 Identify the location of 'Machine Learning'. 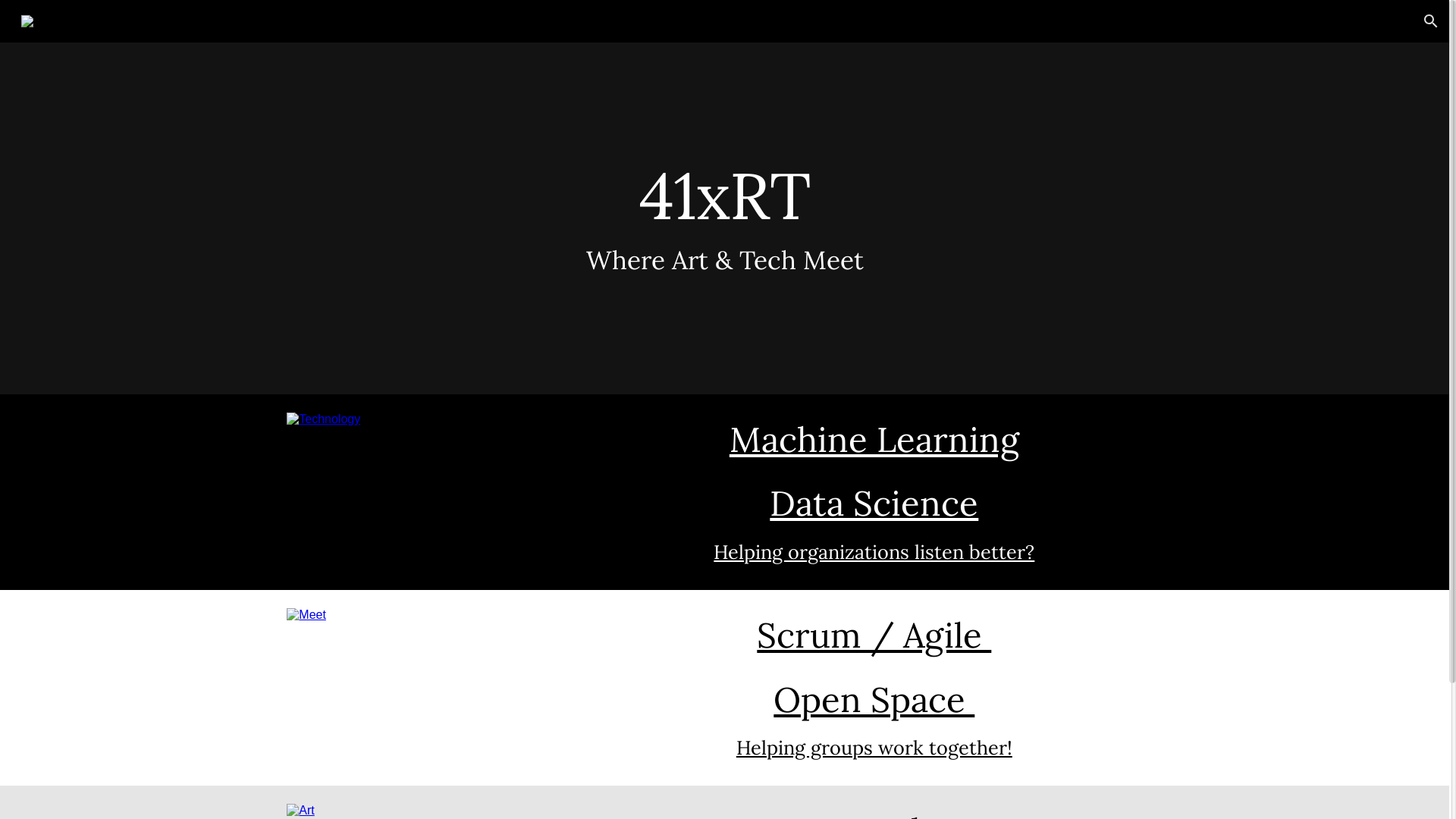
(874, 438).